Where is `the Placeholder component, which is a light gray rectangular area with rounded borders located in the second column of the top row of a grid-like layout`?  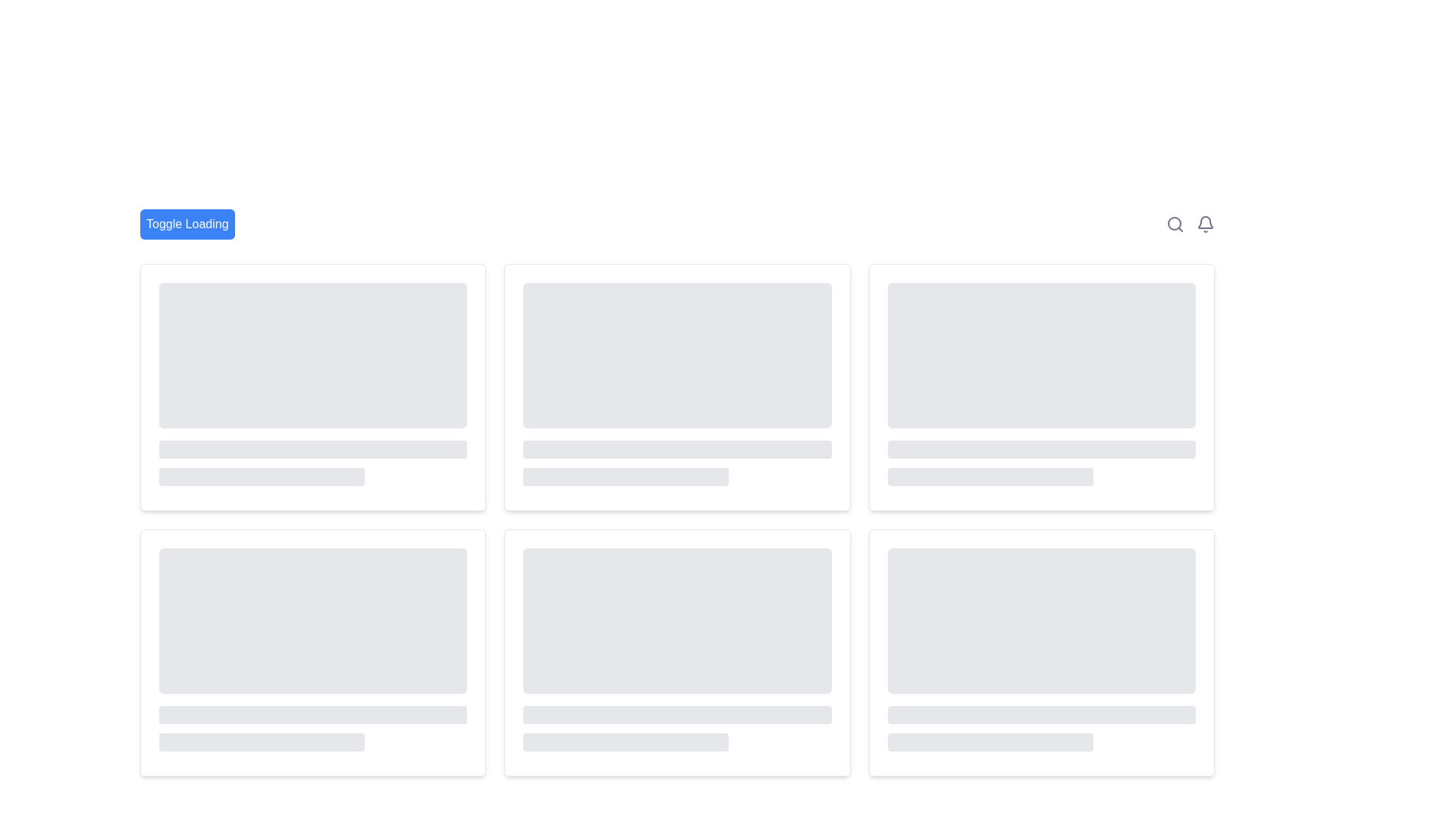 the Placeholder component, which is a light gray rectangular area with rounded borders located in the second column of the top row of a grid-like layout is located at coordinates (1040, 383).